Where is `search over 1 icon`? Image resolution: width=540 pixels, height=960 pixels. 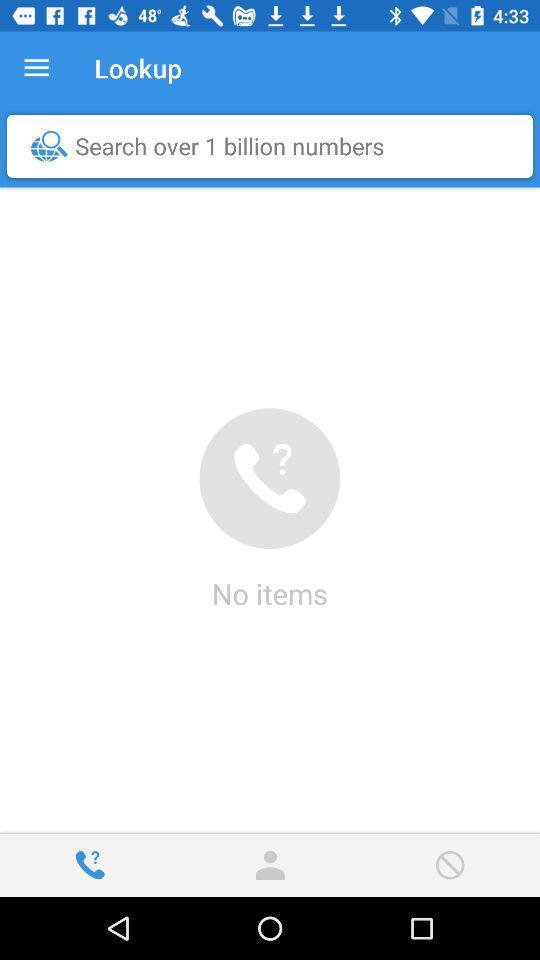 search over 1 icon is located at coordinates (274, 145).